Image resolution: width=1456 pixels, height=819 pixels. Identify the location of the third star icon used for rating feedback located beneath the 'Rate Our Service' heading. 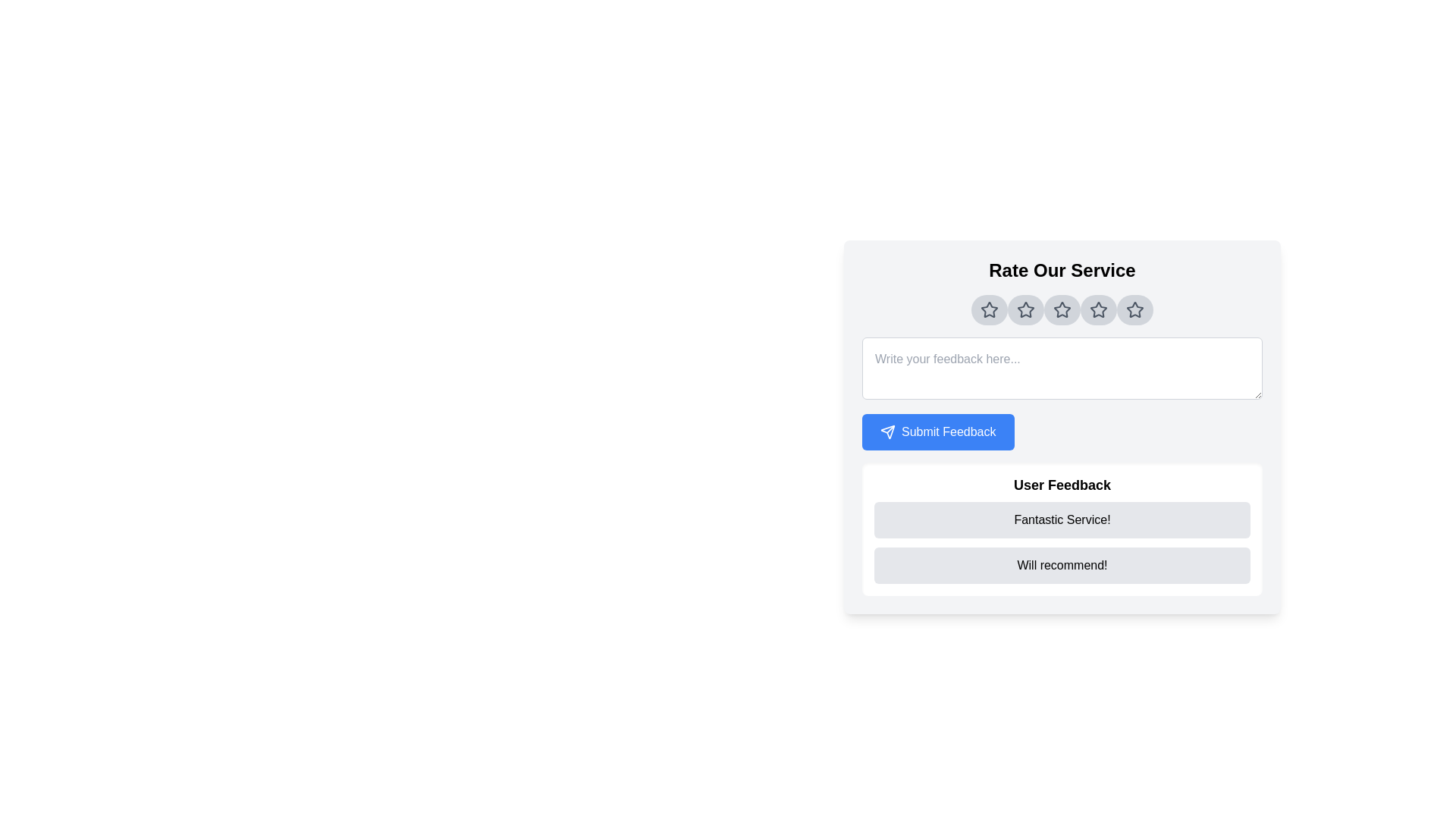
(1026, 309).